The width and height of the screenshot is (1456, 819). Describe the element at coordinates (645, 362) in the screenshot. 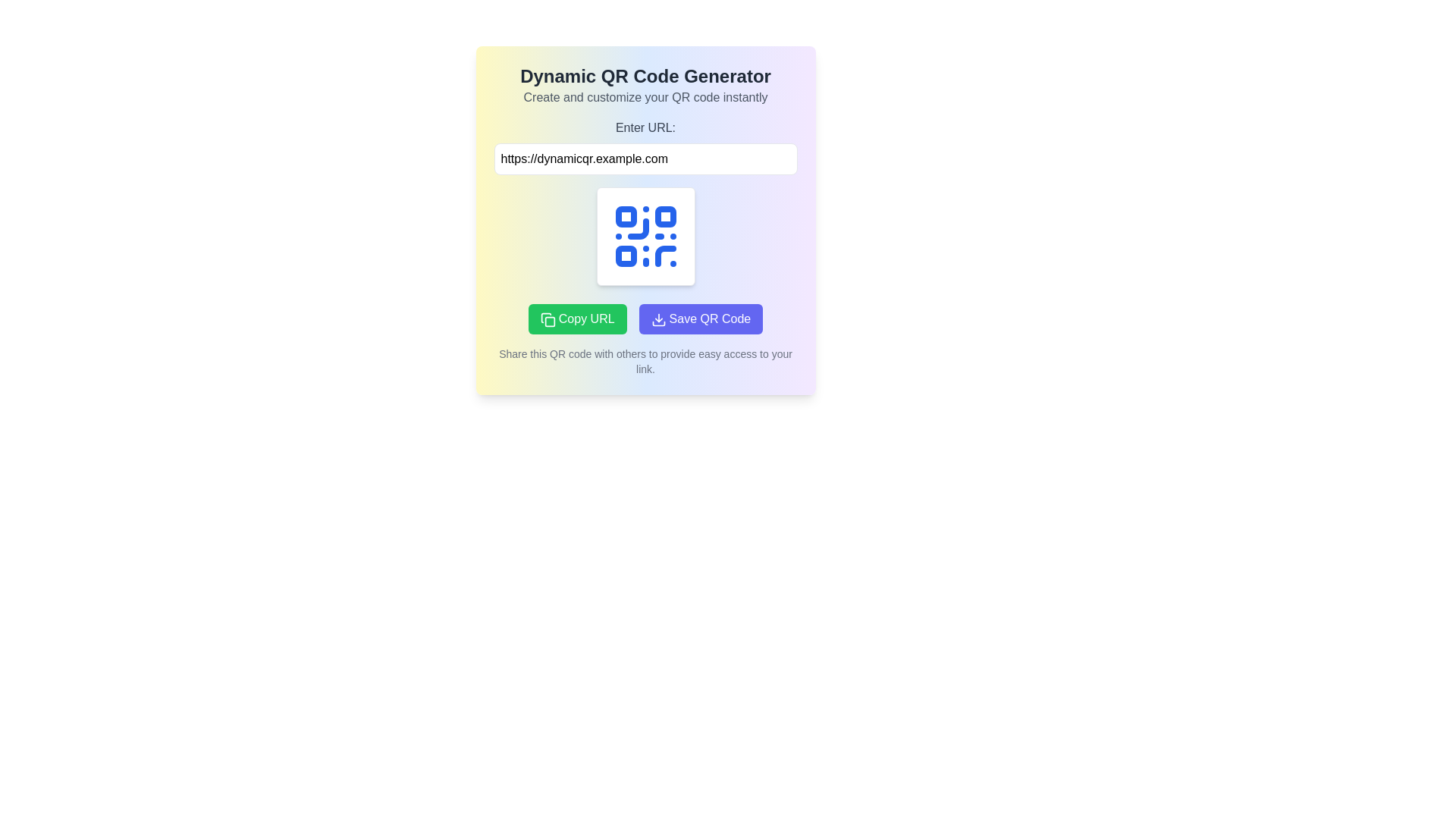

I see `the text paragraph that reads 'Share this QR code with others to provide easy access to your link.' which is styled in a small gray font and located below the 'Copy URL' and 'Save QR Code' buttons within a card layout` at that location.